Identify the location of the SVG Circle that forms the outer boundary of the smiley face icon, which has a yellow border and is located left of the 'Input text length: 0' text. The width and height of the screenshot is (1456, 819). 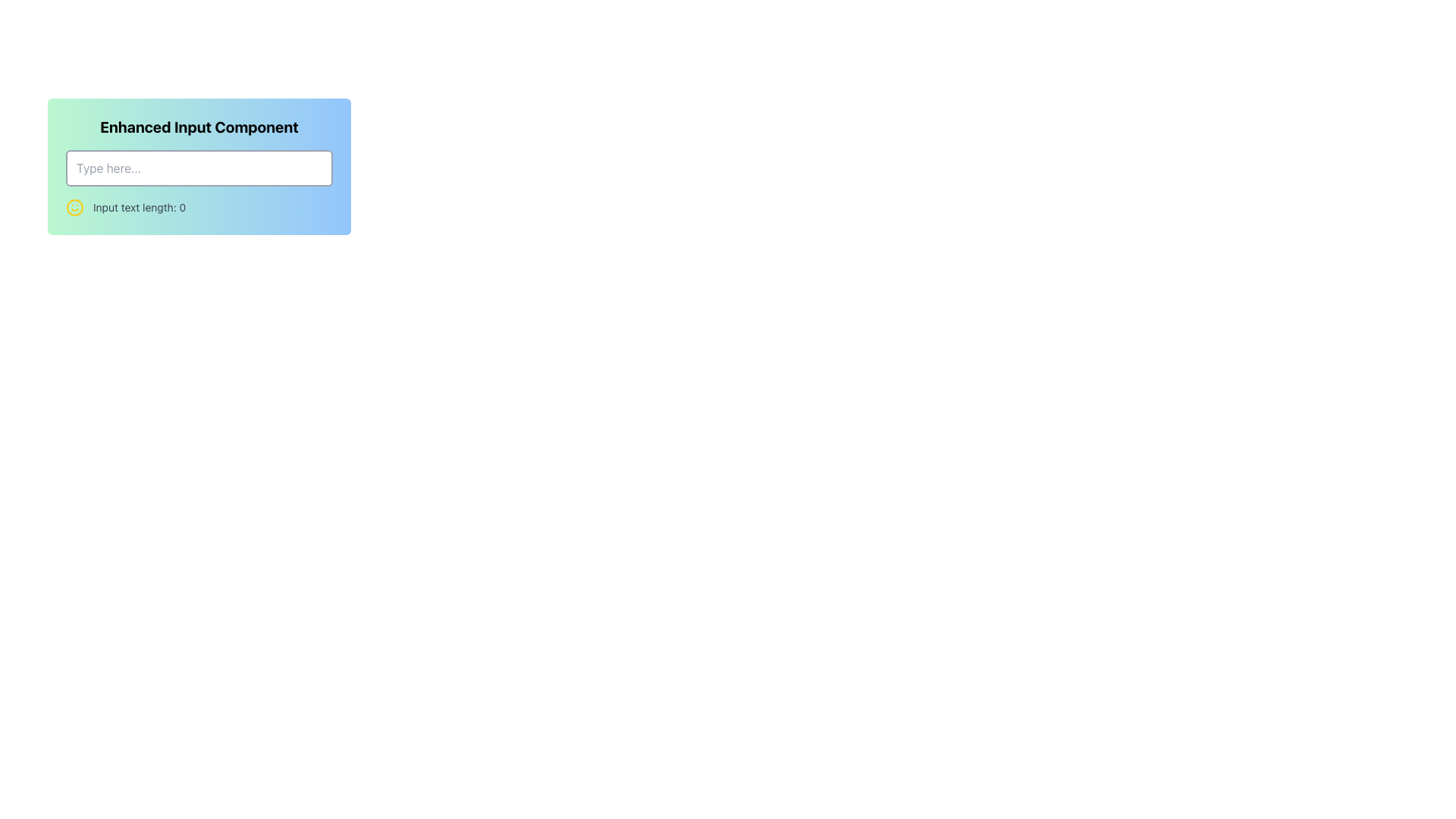
(74, 207).